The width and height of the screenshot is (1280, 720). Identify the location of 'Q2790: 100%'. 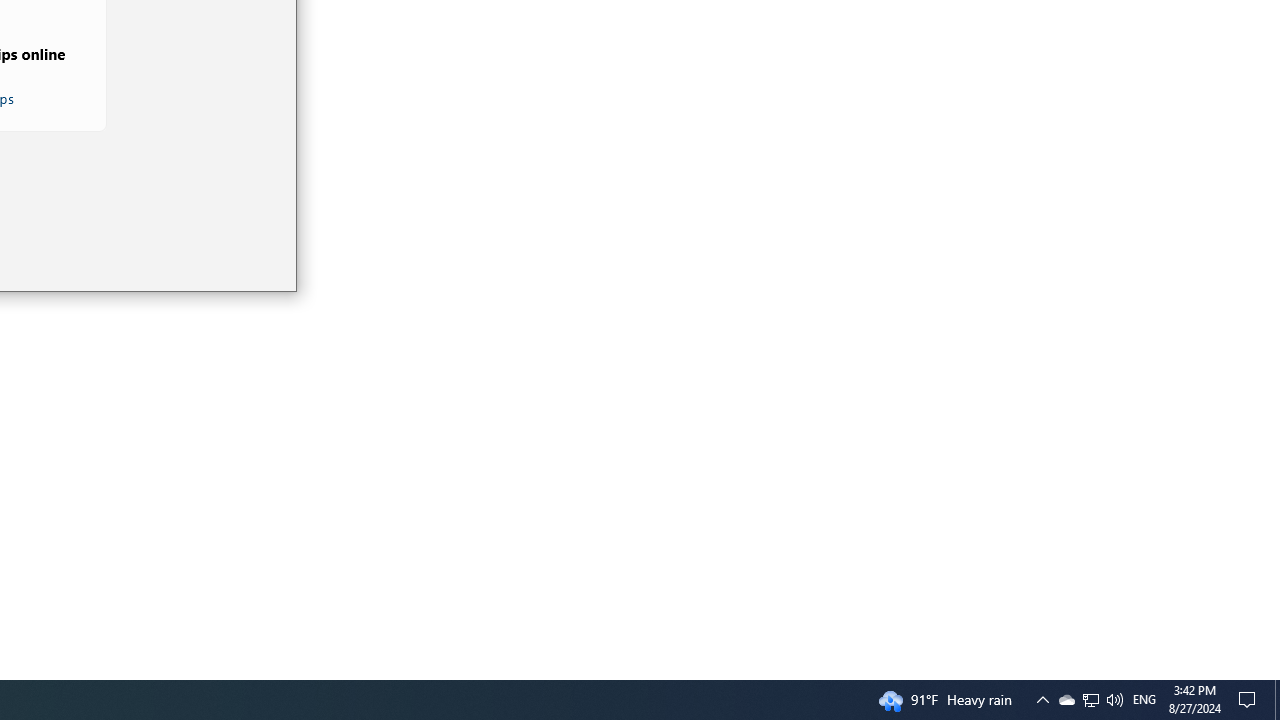
(1089, 698).